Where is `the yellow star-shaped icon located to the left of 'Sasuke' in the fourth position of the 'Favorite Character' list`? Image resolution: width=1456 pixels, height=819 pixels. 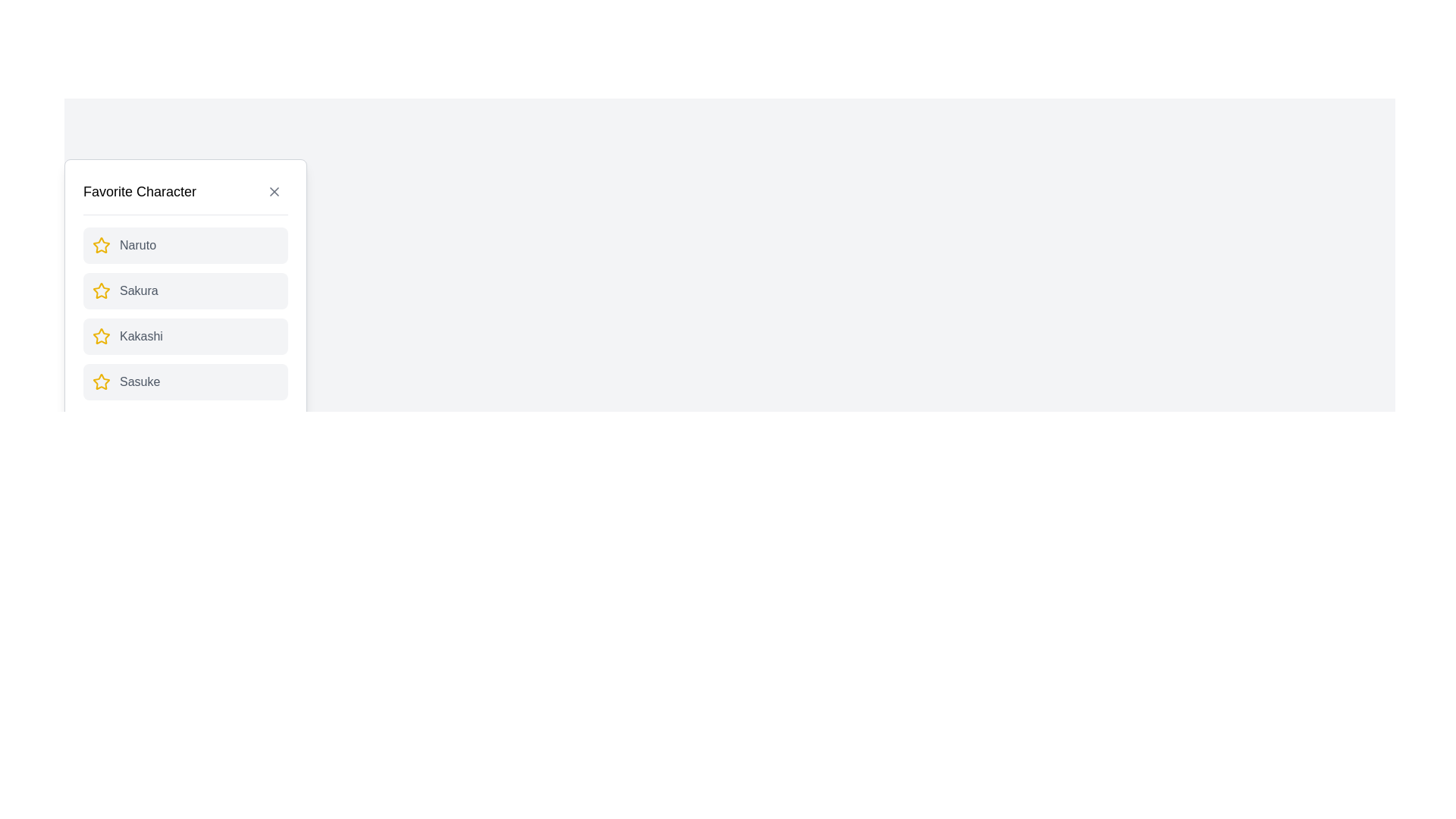 the yellow star-shaped icon located to the left of 'Sasuke' in the fourth position of the 'Favorite Character' list is located at coordinates (101, 381).